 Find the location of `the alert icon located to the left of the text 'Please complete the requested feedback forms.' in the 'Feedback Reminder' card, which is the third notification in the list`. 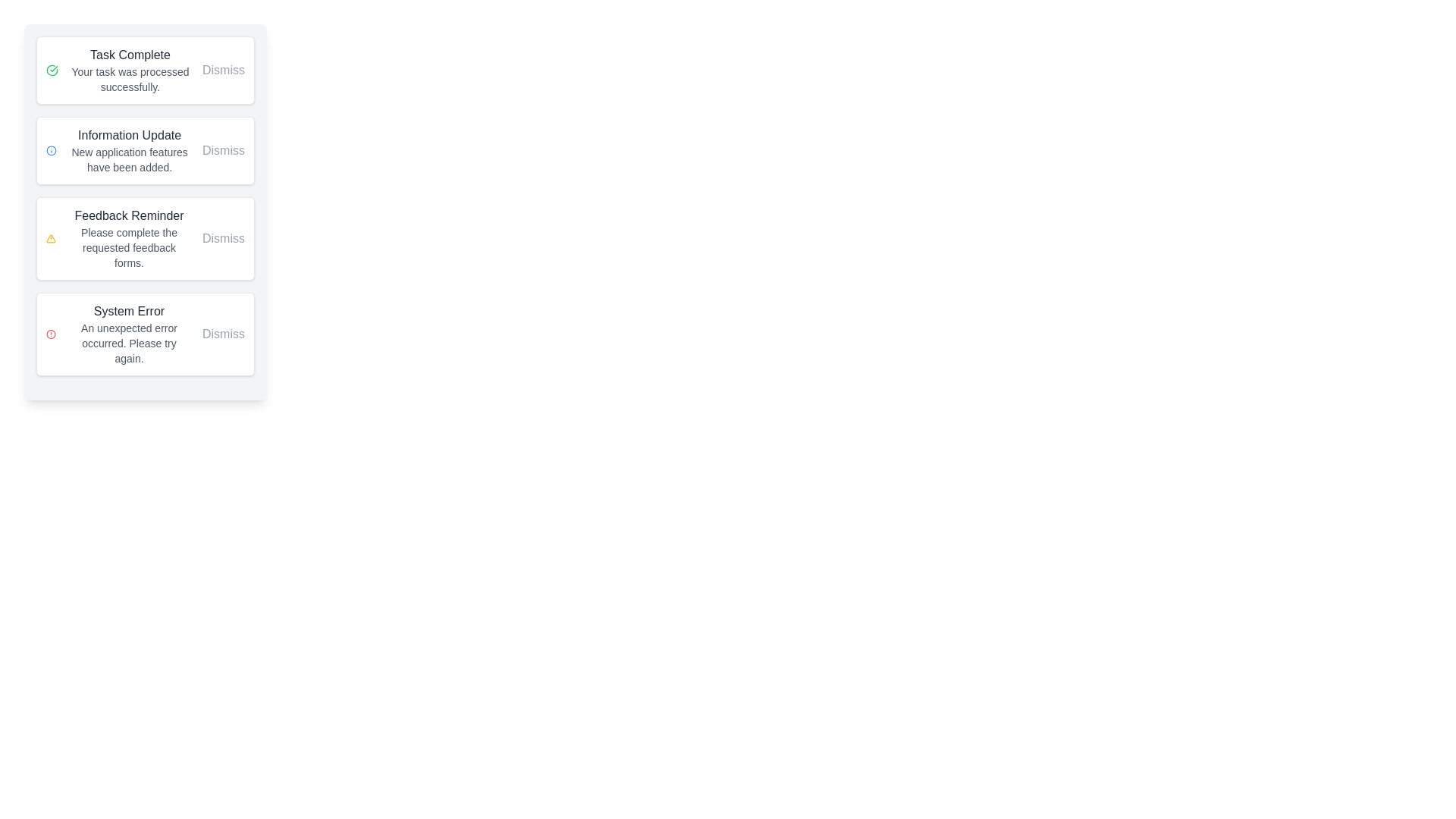

the alert icon located to the left of the text 'Please complete the requested feedback forms.' in the 'Feedback Reminder' card, which is the third notification in the list is located at coordinates (51, 239).